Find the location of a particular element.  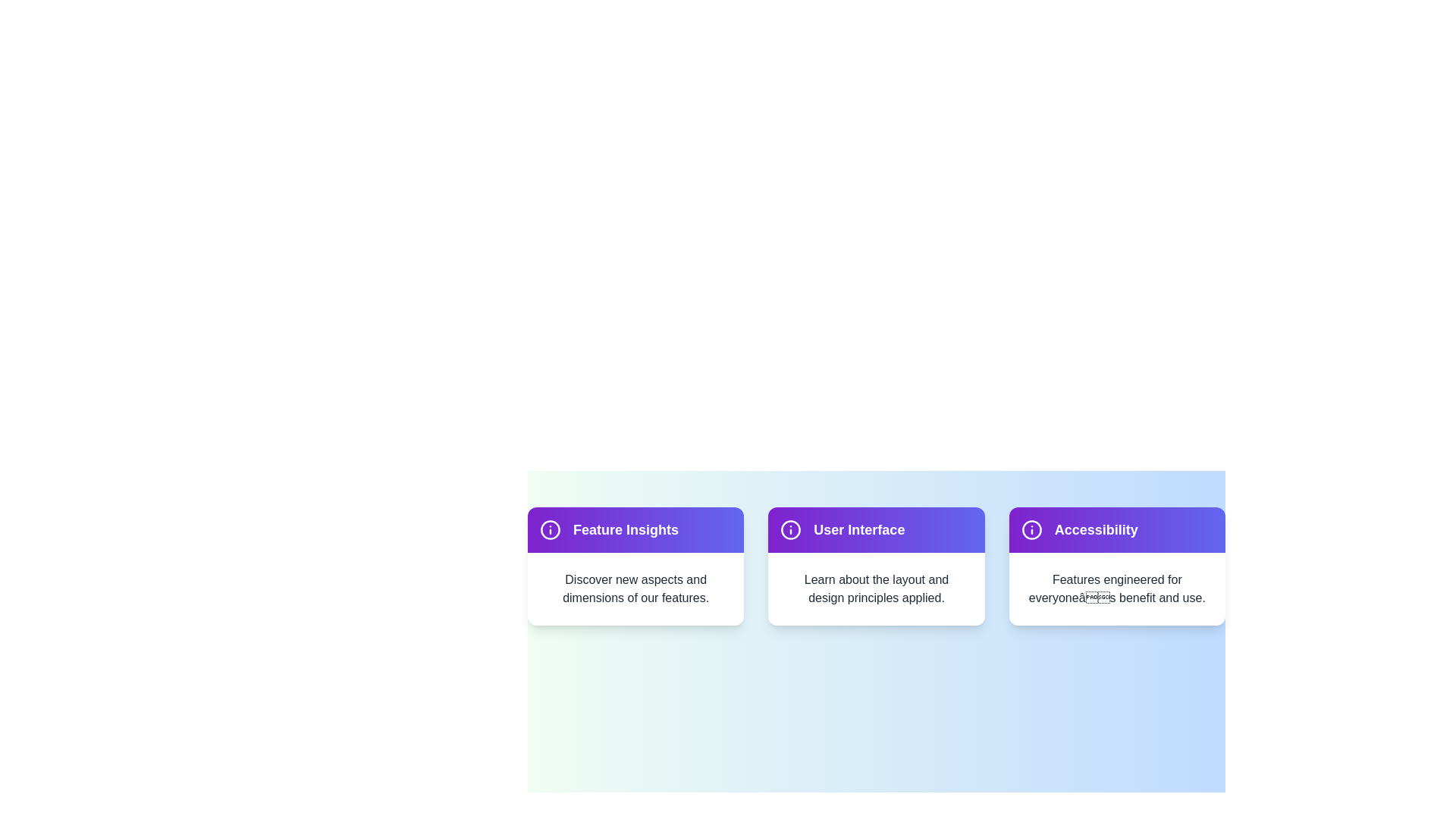

the circular icon with a purple color scheme and a central 'i' symbol, located to the left of the 'Feature Insights' text in the highlighted card is located at coordinates (549, 529).